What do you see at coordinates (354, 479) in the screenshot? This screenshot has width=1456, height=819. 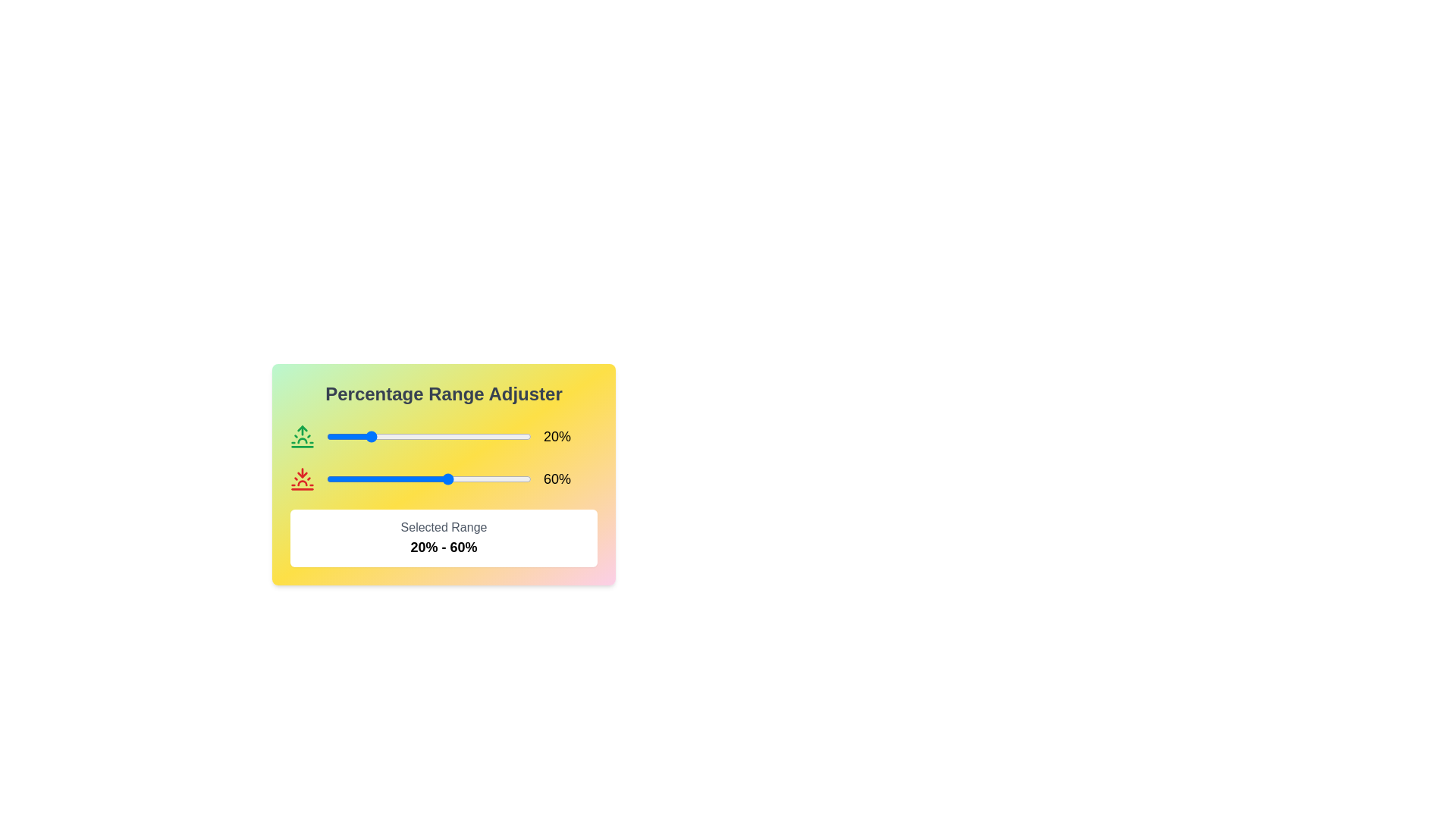 I see `the slider` at bounding box center [354, 479].